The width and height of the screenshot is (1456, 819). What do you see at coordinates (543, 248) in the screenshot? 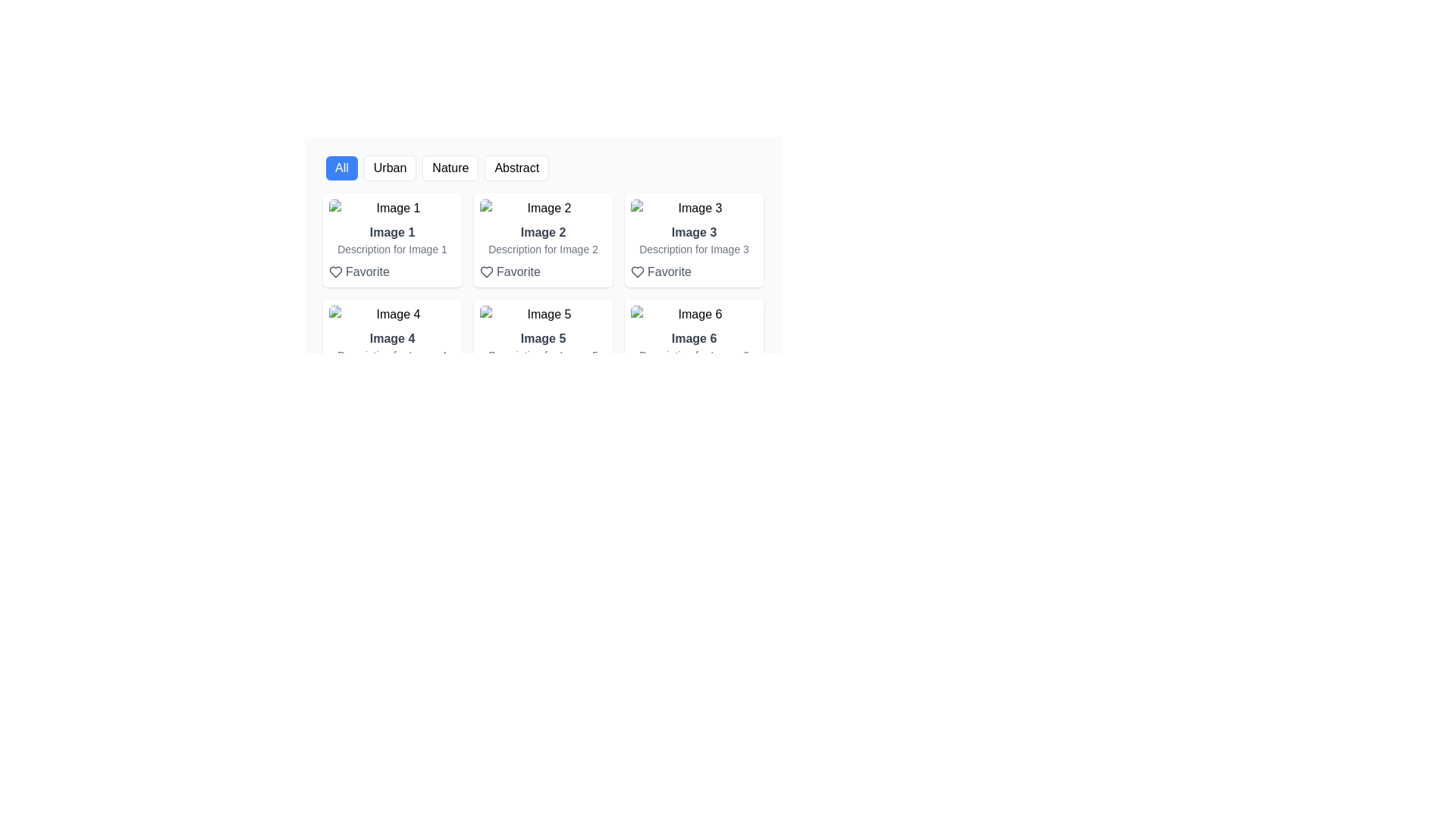
I see `the text label element reading 'Description for Image 2', which is styled in a smaller gray font and positioned between the 'Image 2' label and the 'Favorite' option` at bounding box center [543, 248].